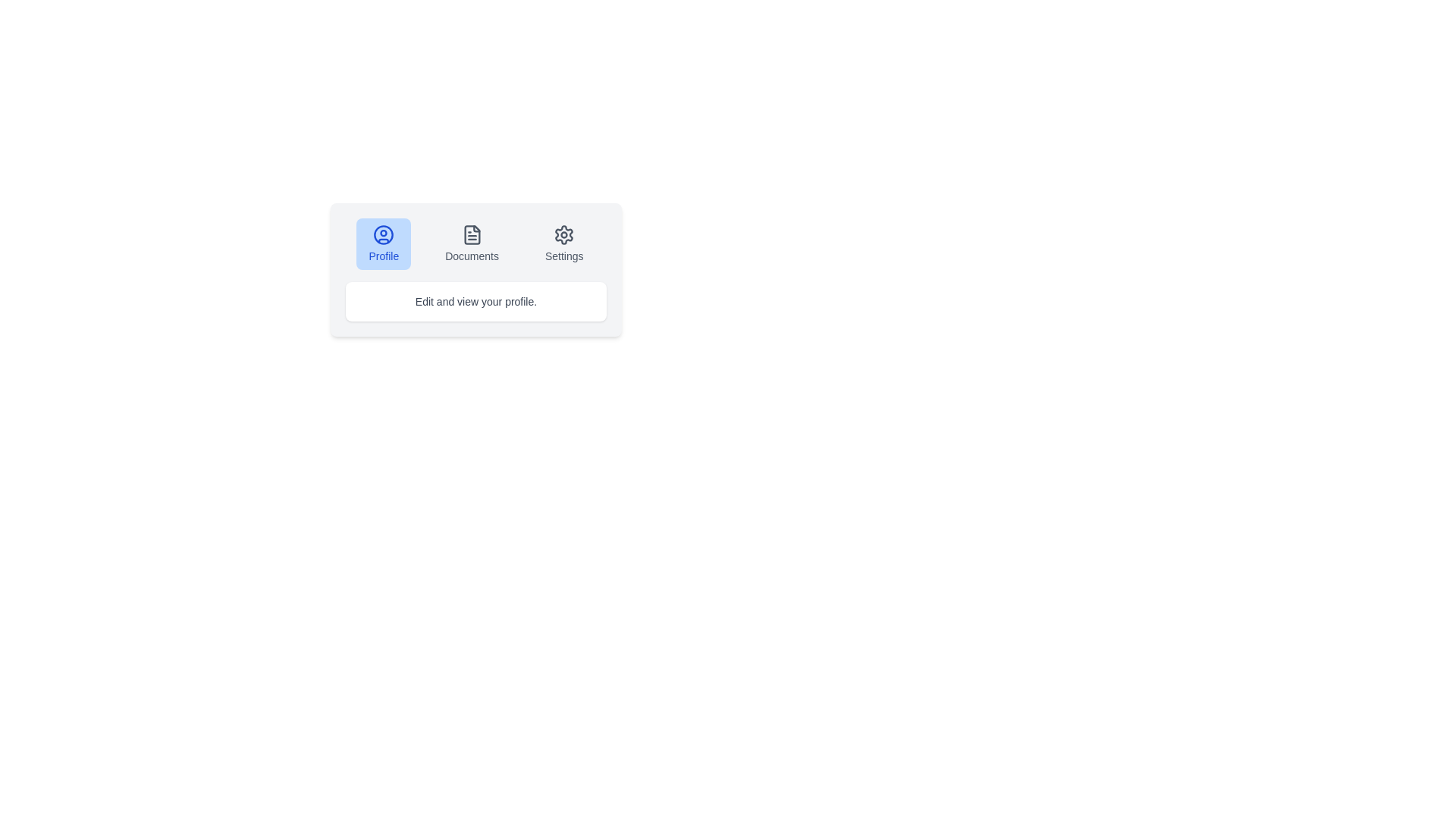 The image size is (1456, 819). What do you see at coordinates (563, 234) in the screenshot?
I see `the 'Settings' icon located centrally among the graphical labels at the bottom of the main interface` at bounding box center [563, 234].